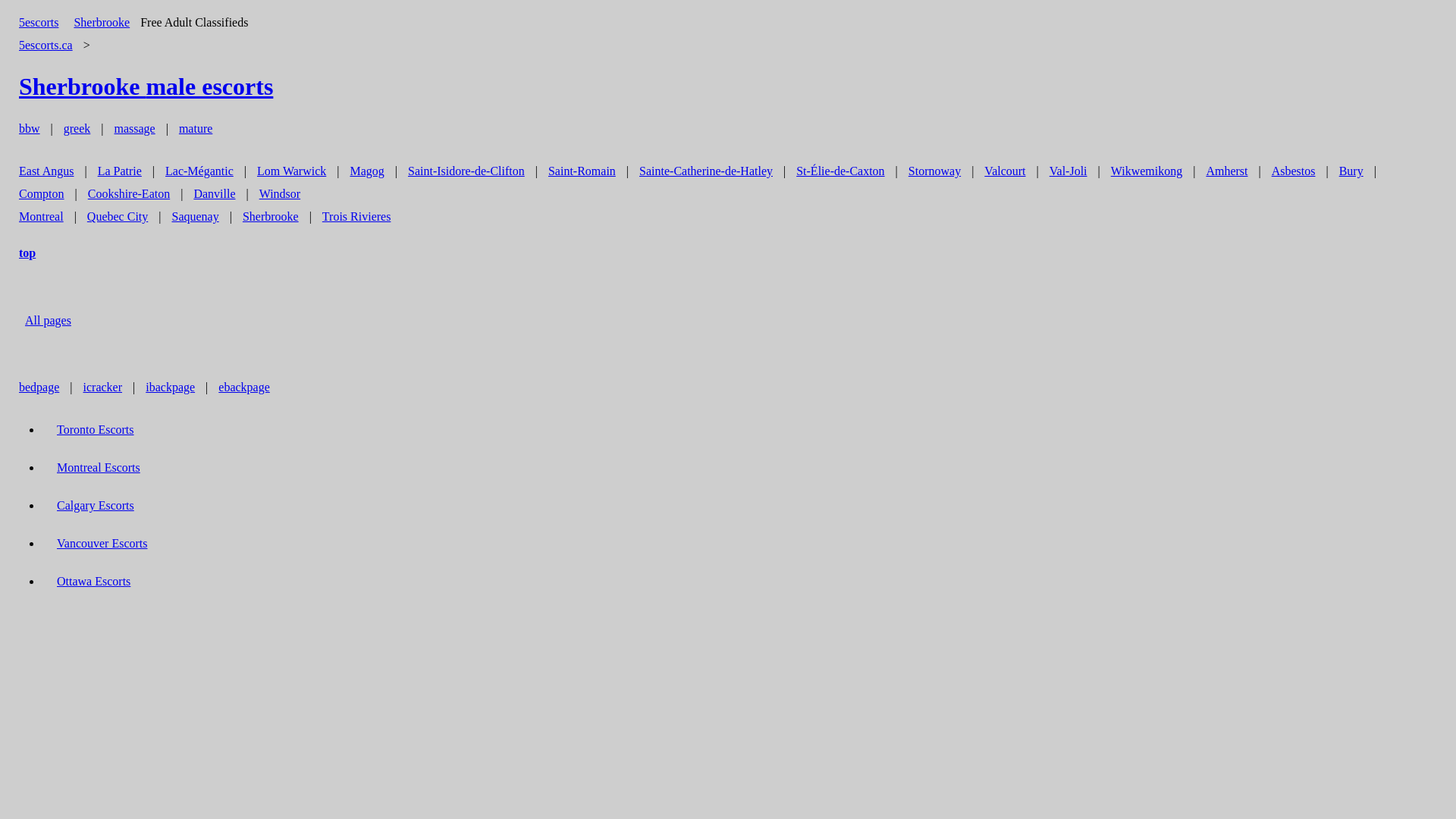  What do you see at coordinates (194, 216) in the screenshot?
I see `'Saquenay'` at bounding box center [194, 216].